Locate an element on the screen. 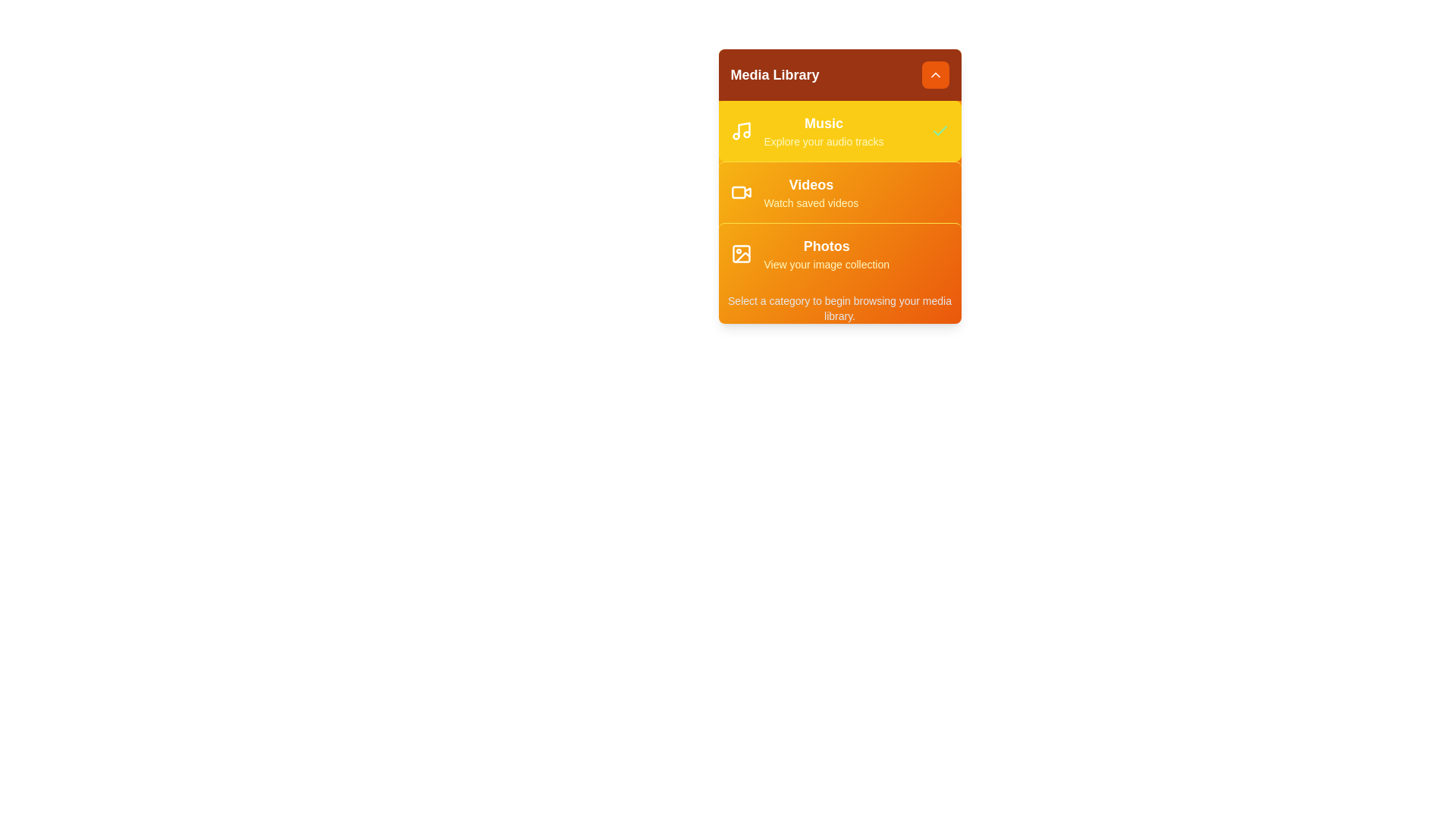  the toggle button to toggle the menu open or closed is located at coordinates (934, 75).